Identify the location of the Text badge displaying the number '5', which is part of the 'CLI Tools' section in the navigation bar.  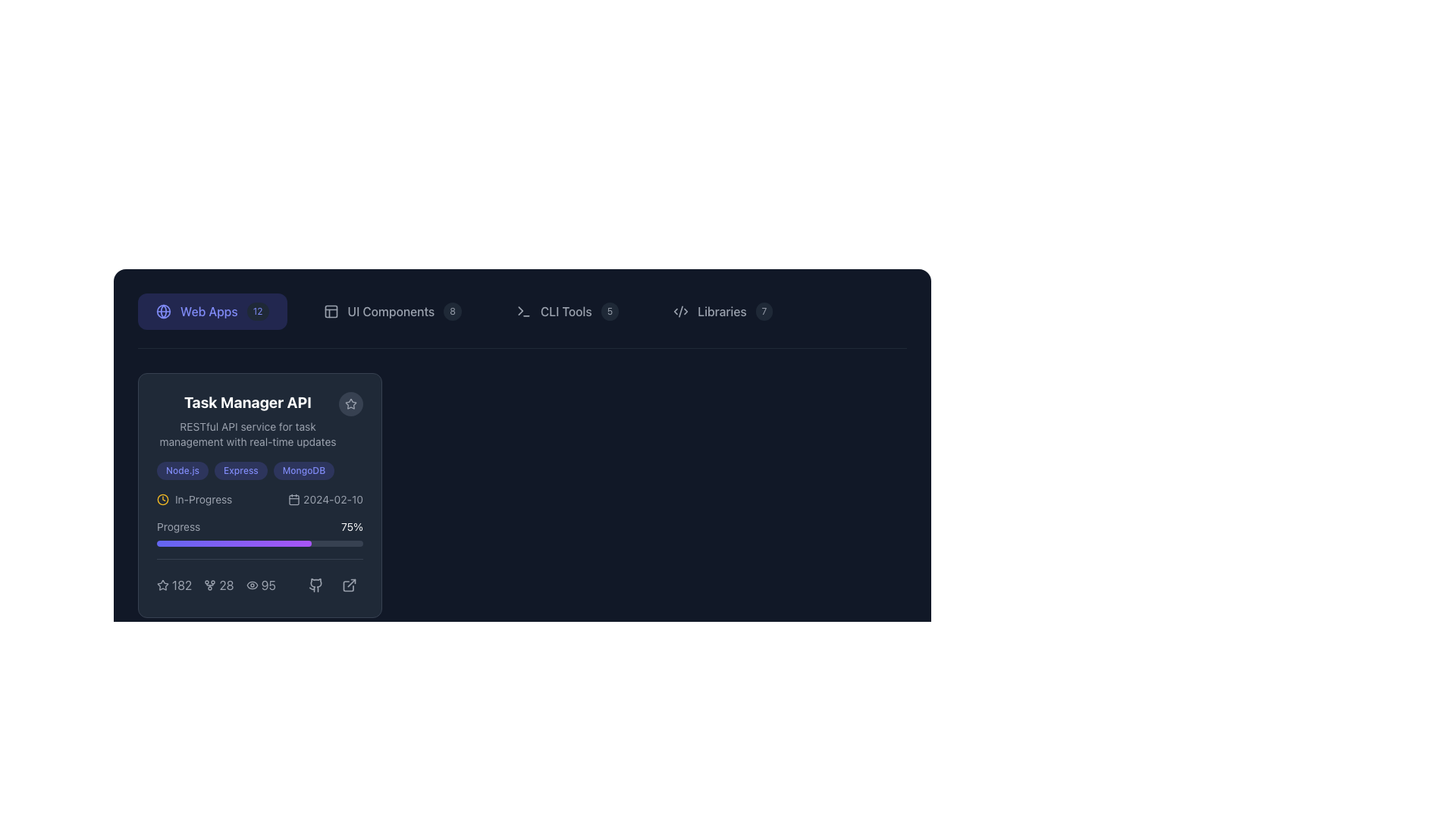
(610, 311).